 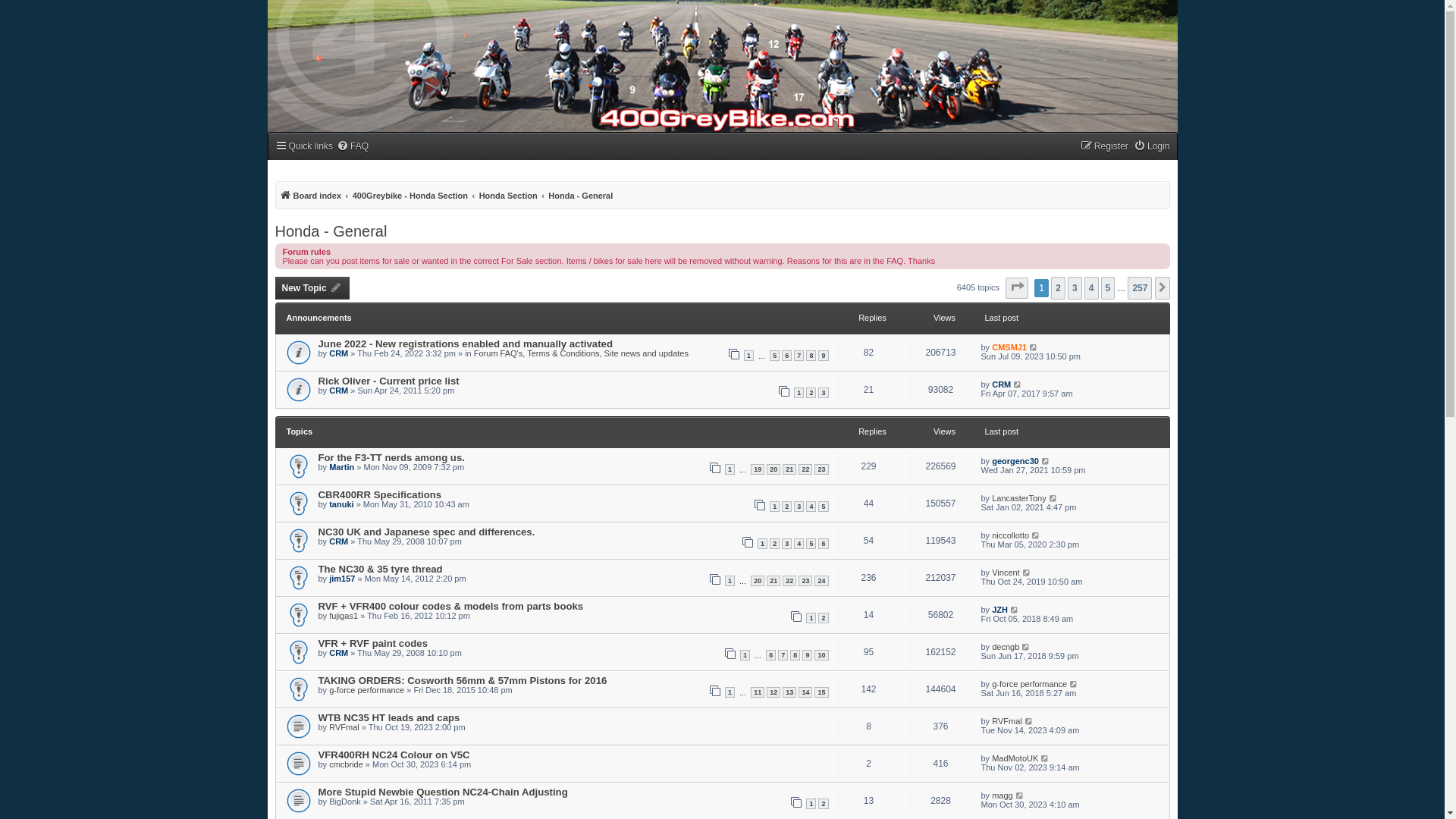 What do you see at coordinates (1015, 758) in the screenshot?
I see `'MadMotoUK'` at bounding box center [1015, 758].